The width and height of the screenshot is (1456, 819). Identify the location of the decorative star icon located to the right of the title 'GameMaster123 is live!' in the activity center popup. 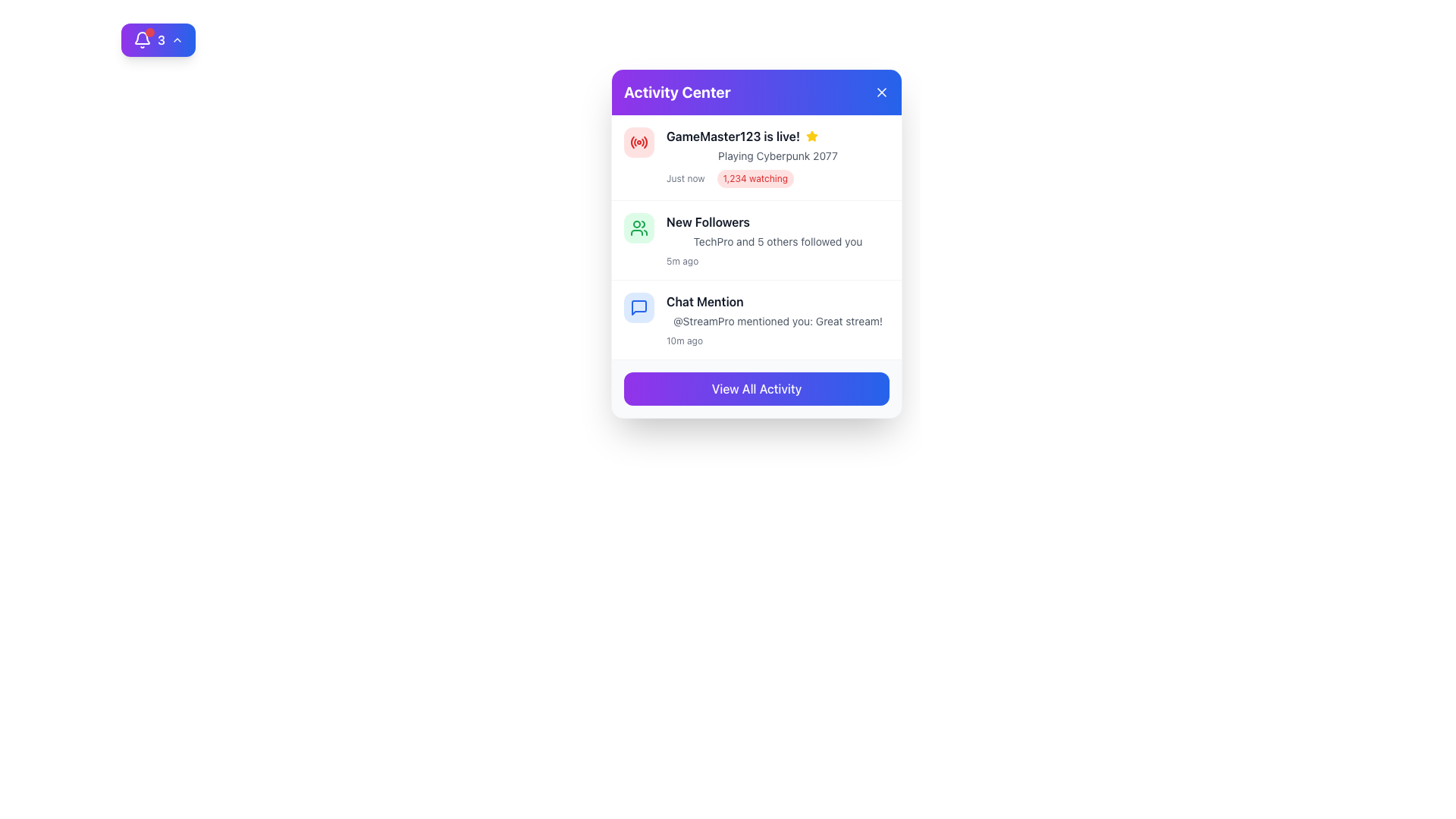
(811, 135).